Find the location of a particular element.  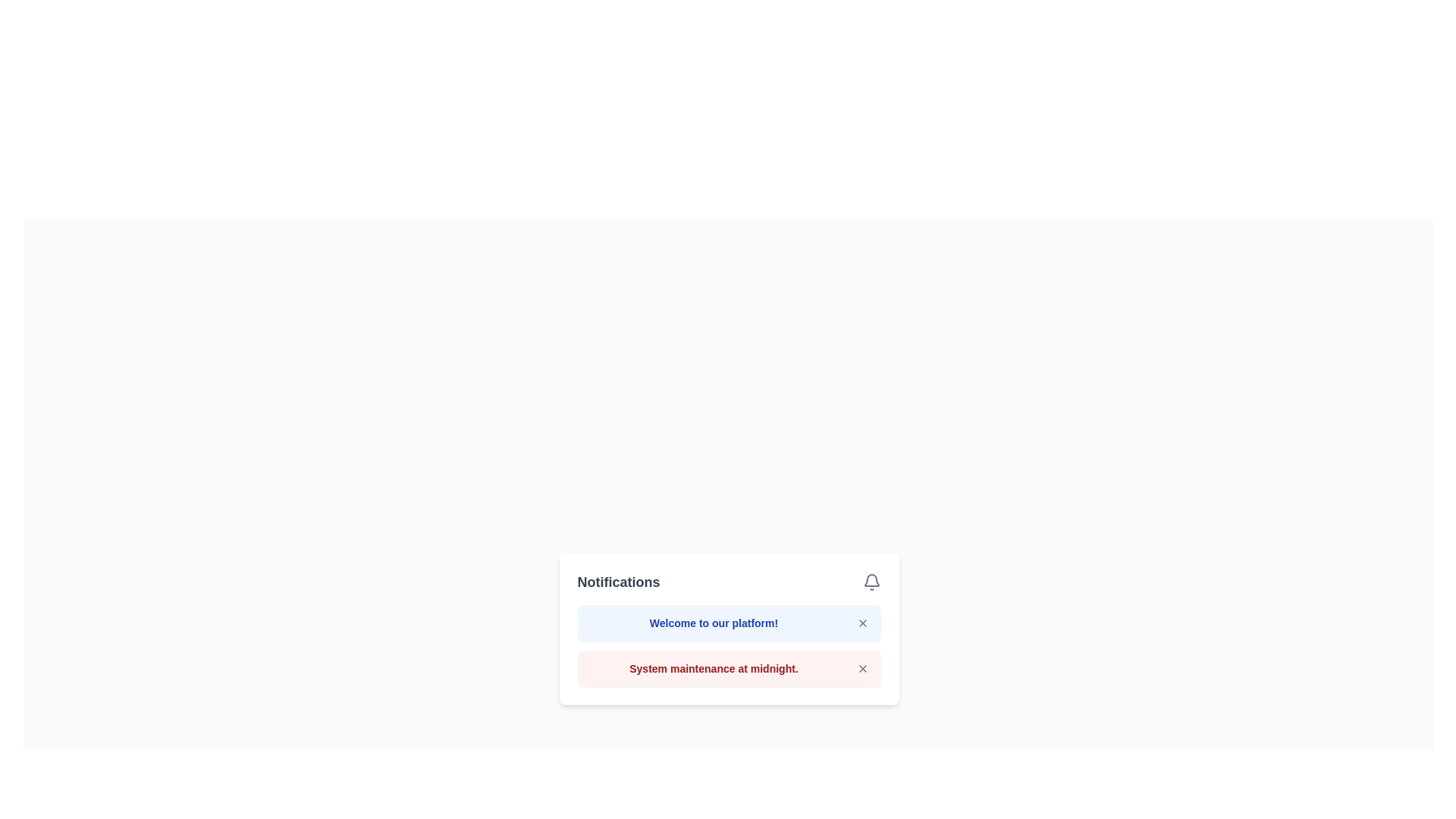

the notification box within the 'Notifications' panel that contains the messages 'Welcome to our platform!' and 'System maintenance at midnight.' is located at coordinates (729, 646).